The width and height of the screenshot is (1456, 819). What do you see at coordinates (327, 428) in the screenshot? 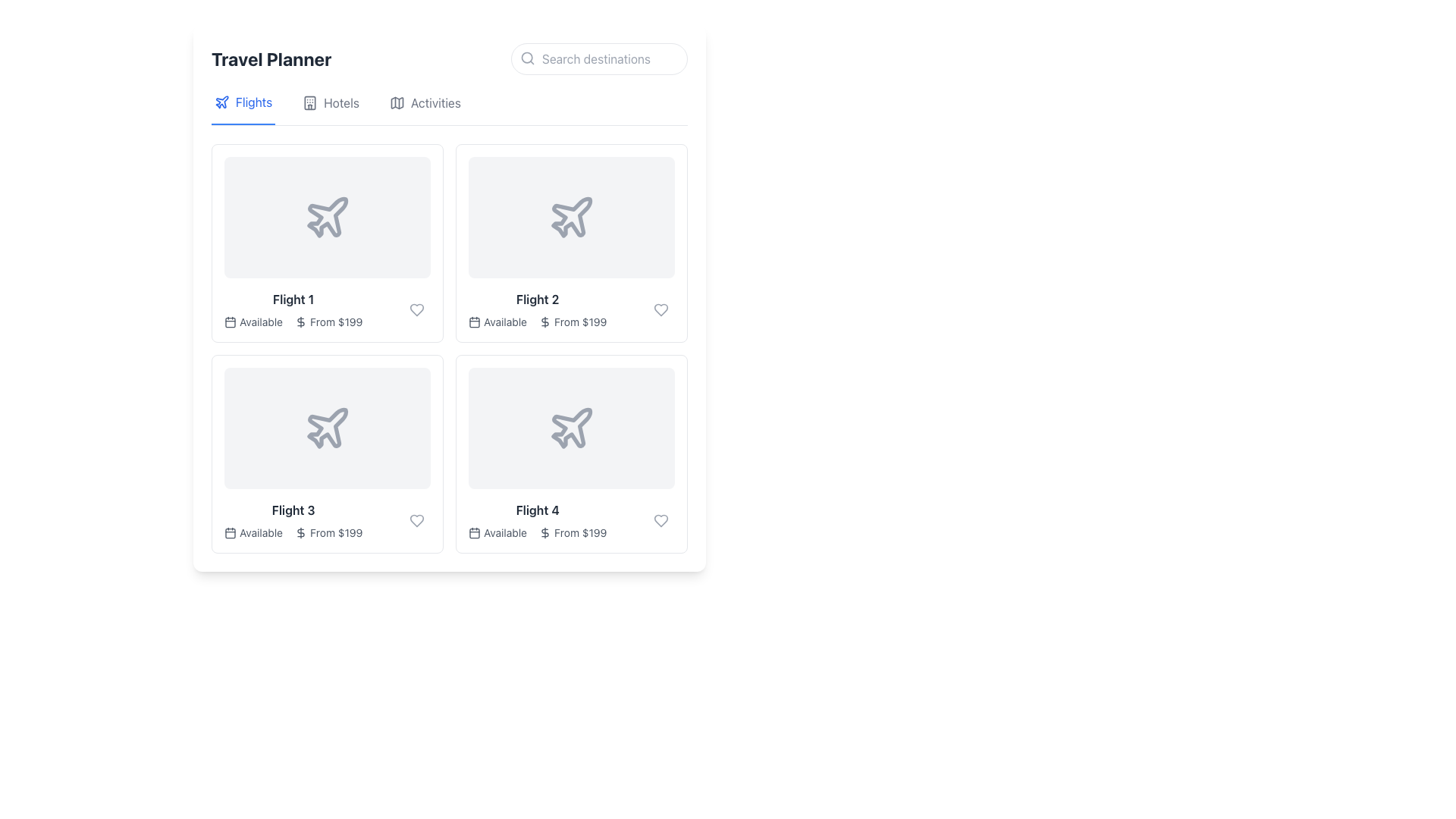
I see `the enclosing card of the flight option represented by the airplane graphic located in the 'Flight 3' card, which is the third card from the top left in a grid of four cards` at bounding box center [327, 428].